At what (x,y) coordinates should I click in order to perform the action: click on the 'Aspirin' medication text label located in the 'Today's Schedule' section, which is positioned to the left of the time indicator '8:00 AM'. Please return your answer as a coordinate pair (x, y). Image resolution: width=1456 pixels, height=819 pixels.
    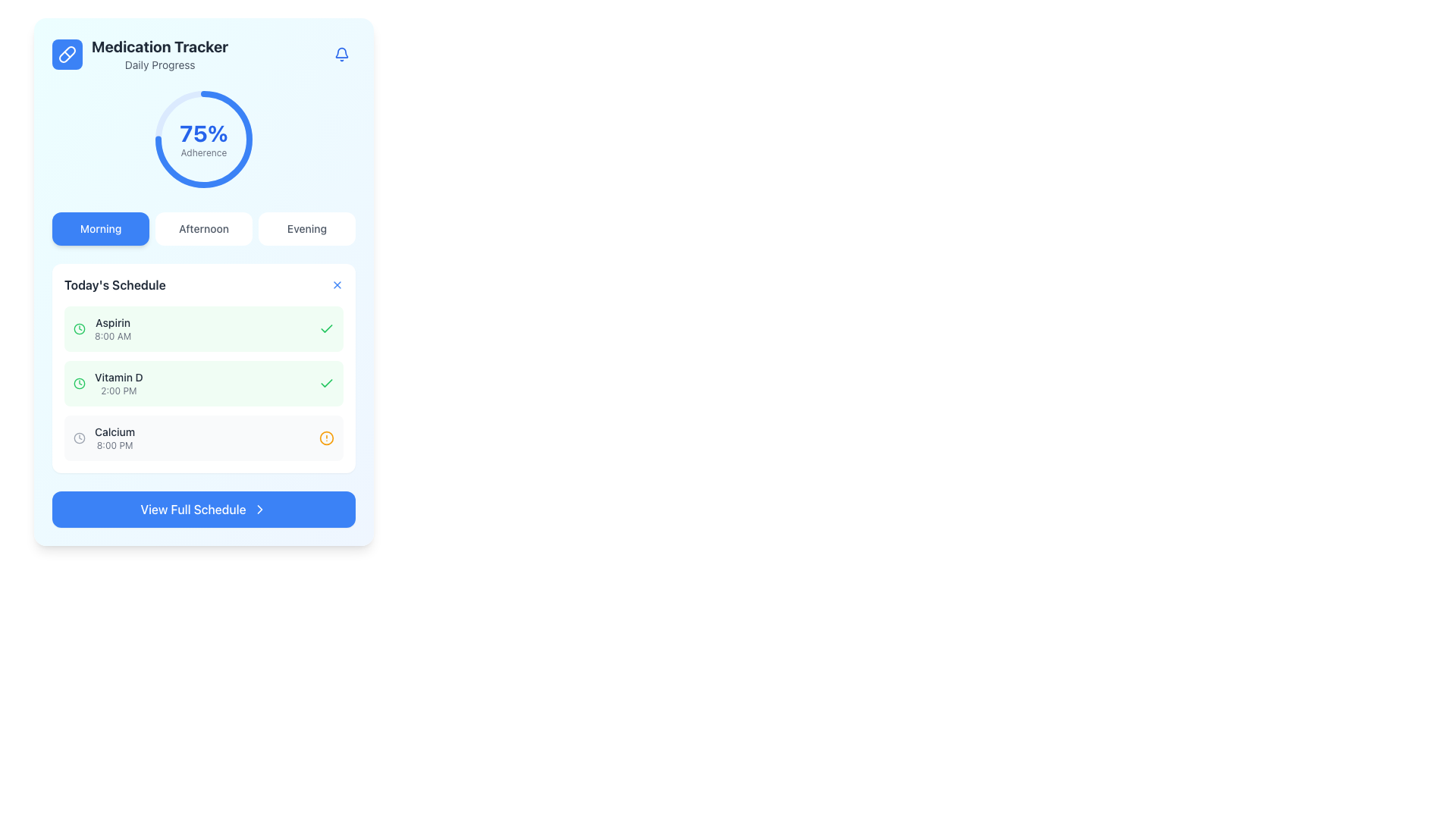
    Looking at the image, I should click on (112, 322).